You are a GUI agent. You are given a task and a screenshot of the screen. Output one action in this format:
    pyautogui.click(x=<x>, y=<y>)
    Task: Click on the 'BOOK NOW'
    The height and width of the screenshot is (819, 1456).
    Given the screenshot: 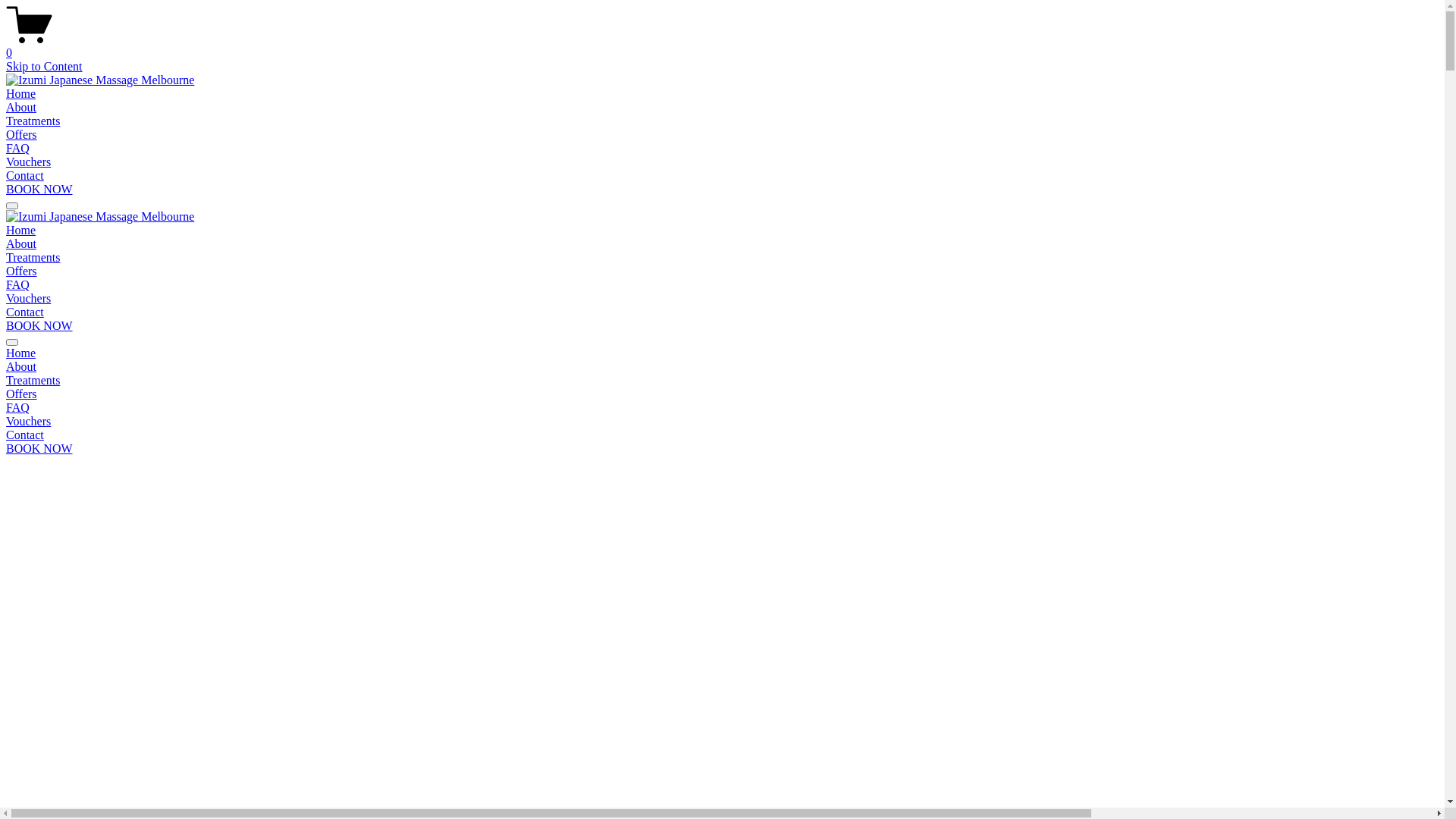 What is the action you would take?
    pyautogui.click(x=39, y=188)
    